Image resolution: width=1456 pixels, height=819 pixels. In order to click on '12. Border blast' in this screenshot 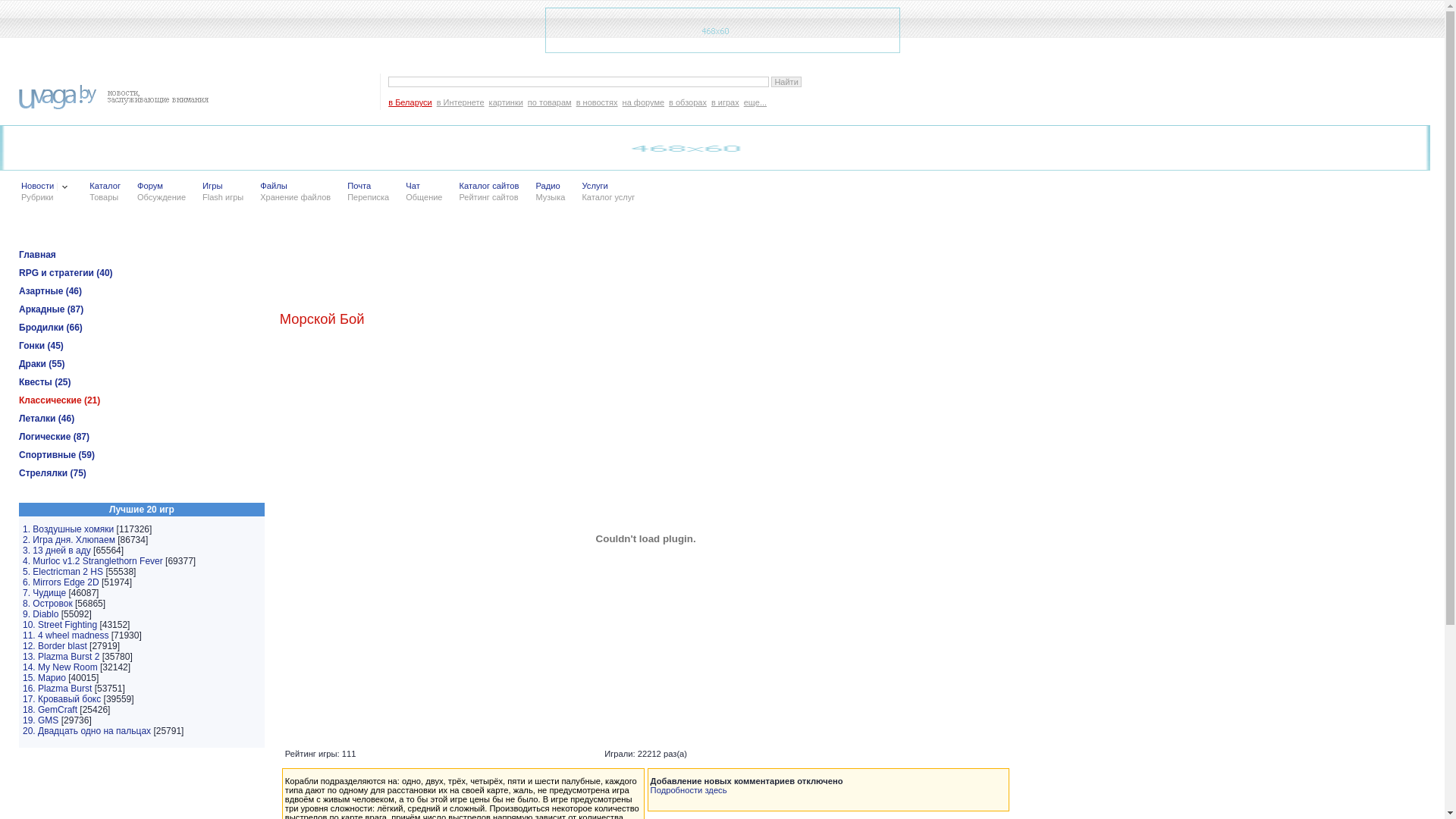, I will do `click(55, 646)`.